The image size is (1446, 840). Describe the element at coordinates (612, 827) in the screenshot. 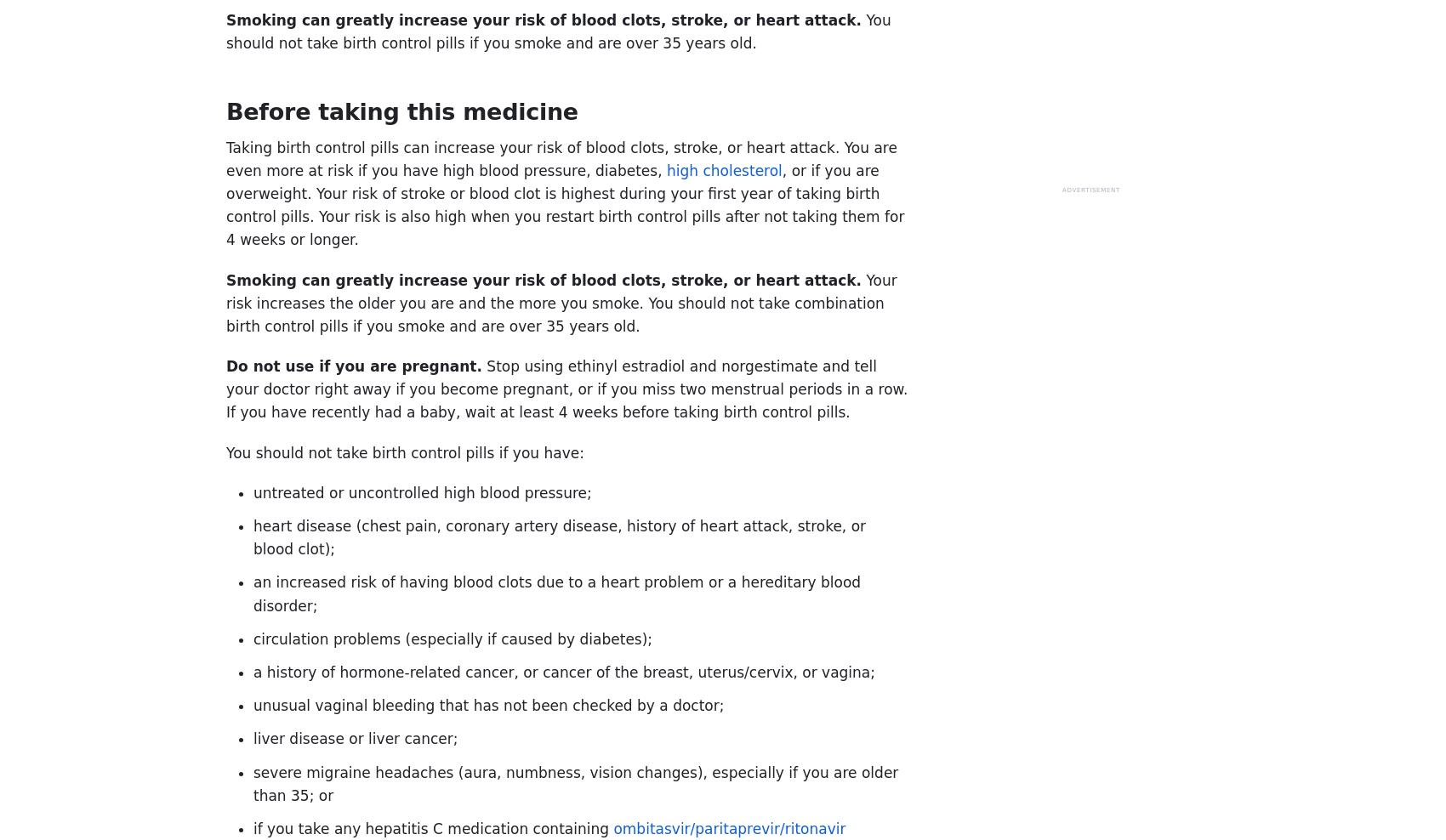

I see `'ombitasvir/paritaprevir/ritonavir'` at that location.